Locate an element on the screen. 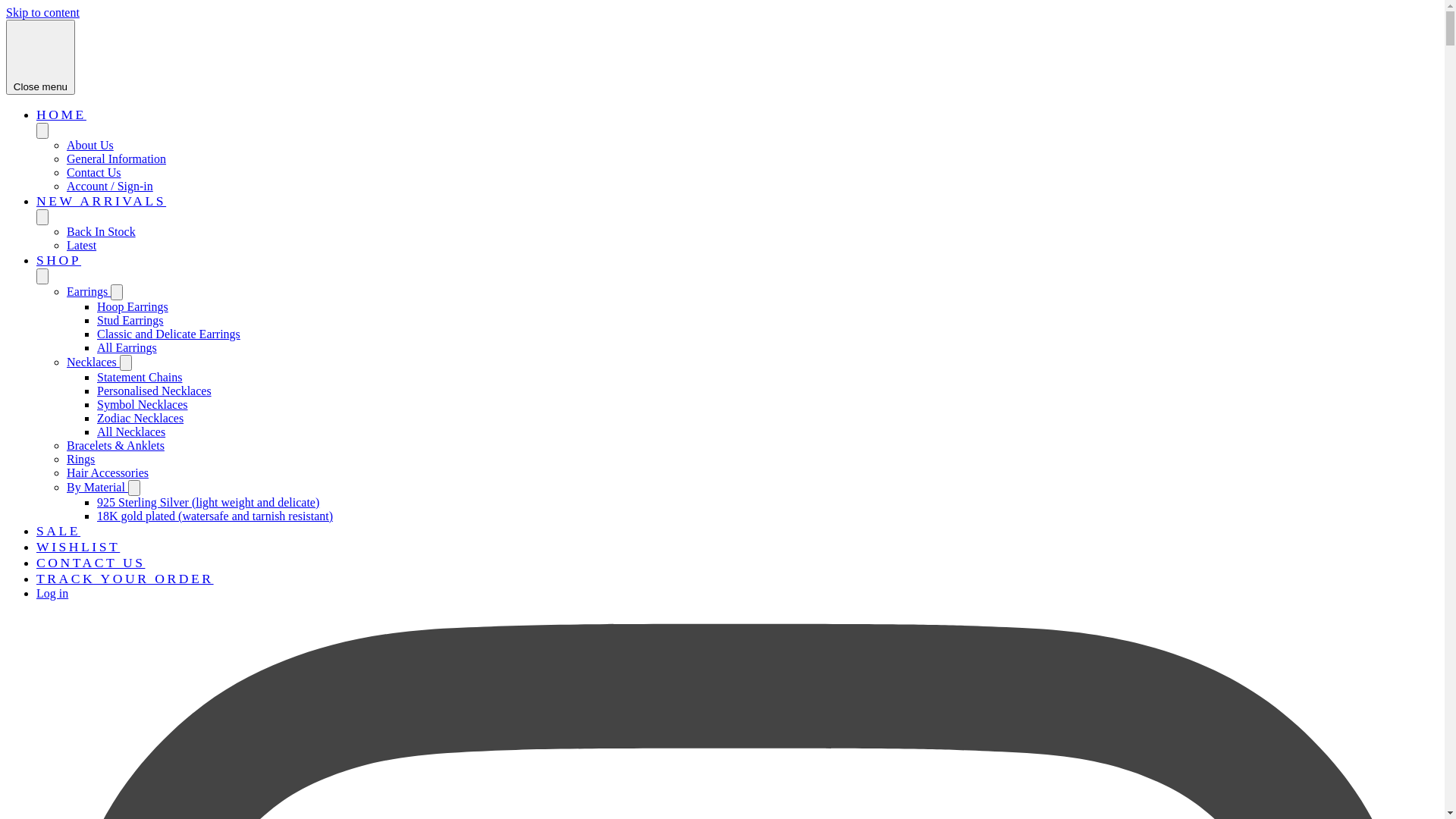  'Hoop Earrings' is located at coordinates (96, 306).